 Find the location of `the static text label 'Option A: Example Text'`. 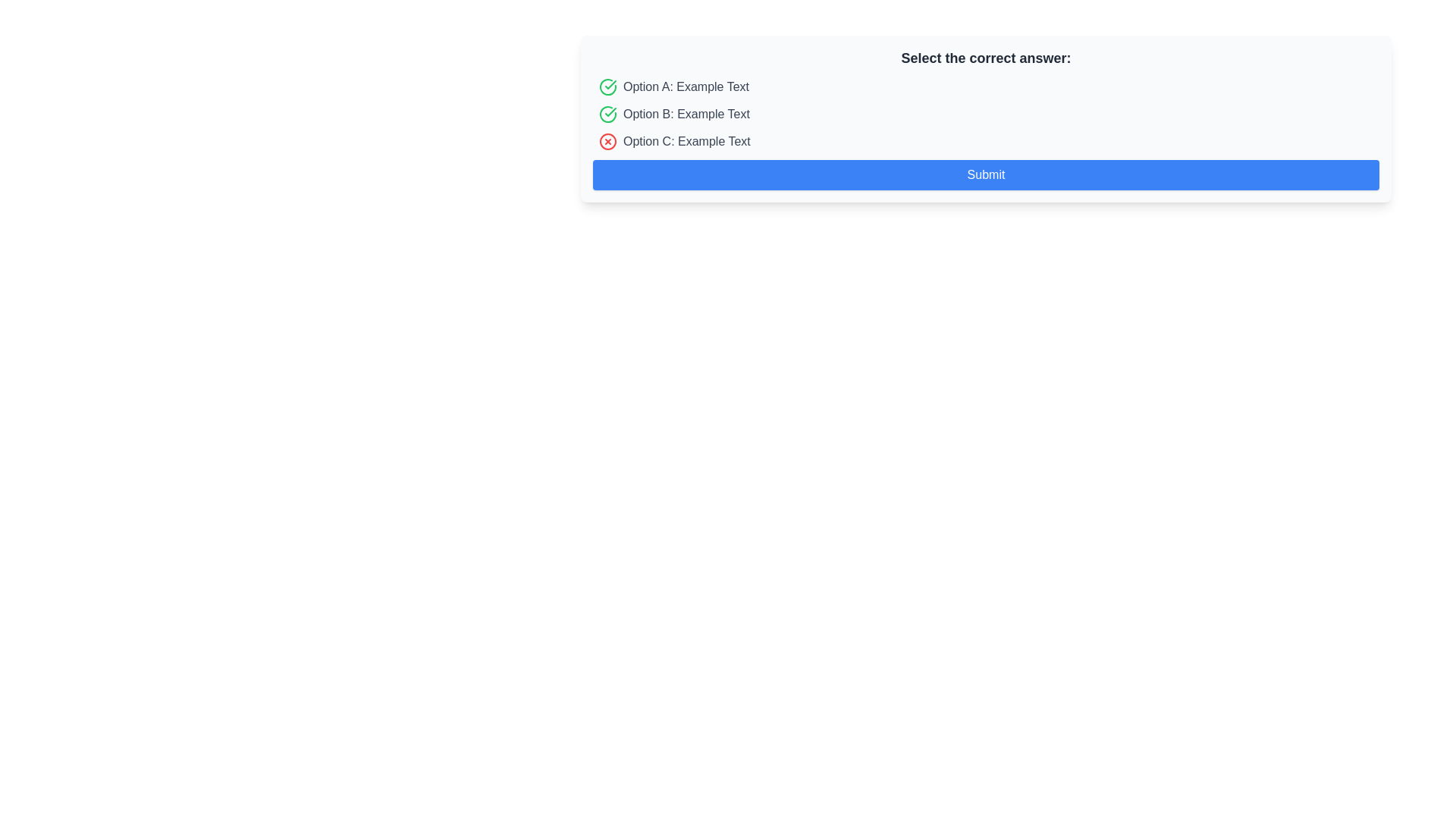

the static text label 'Option A: Example Text' is located at coordinates (686, 87).